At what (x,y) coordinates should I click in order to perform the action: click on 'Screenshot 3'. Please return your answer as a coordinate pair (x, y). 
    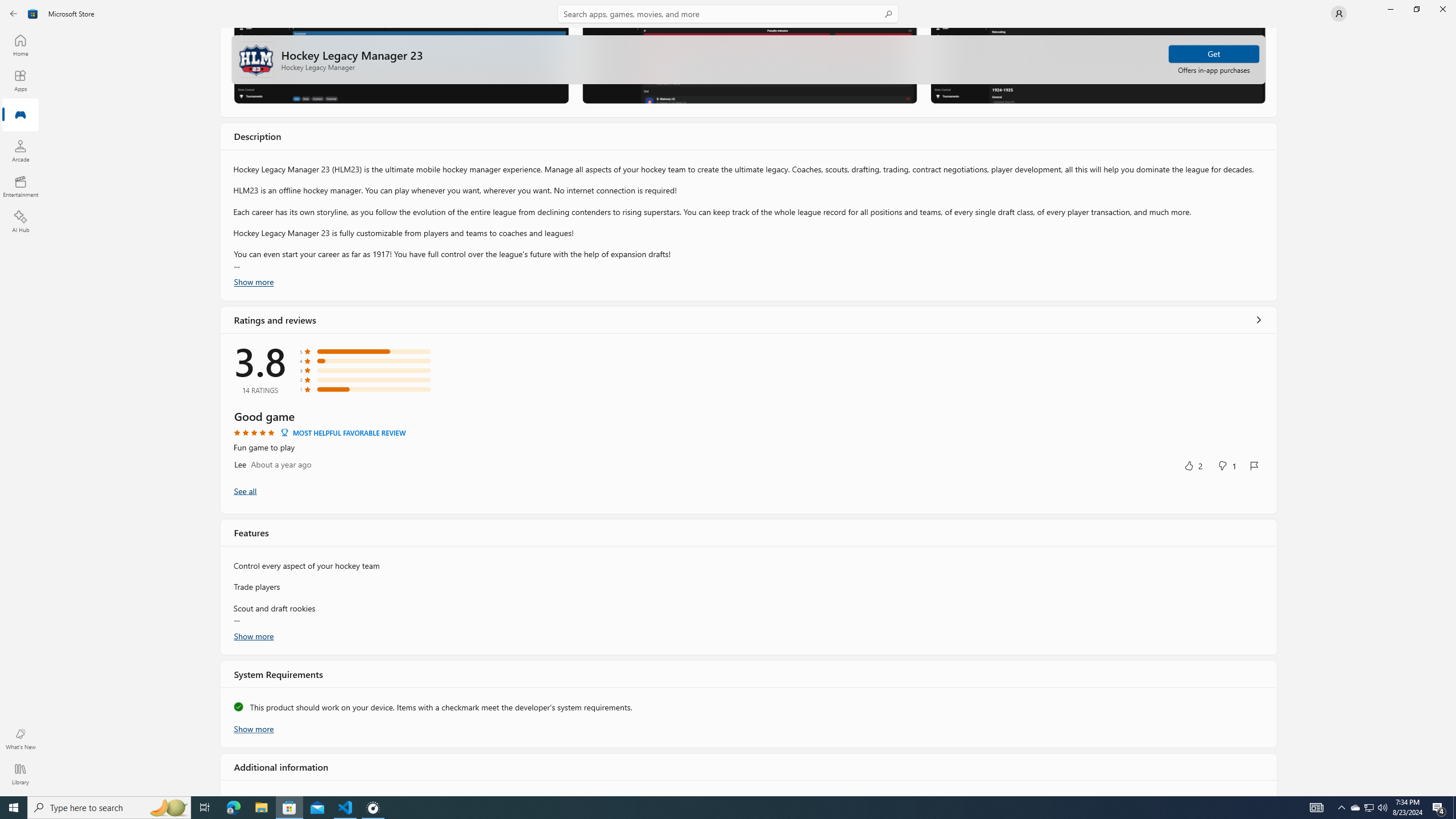
    Looking at the image, I should click on (1097, 65).